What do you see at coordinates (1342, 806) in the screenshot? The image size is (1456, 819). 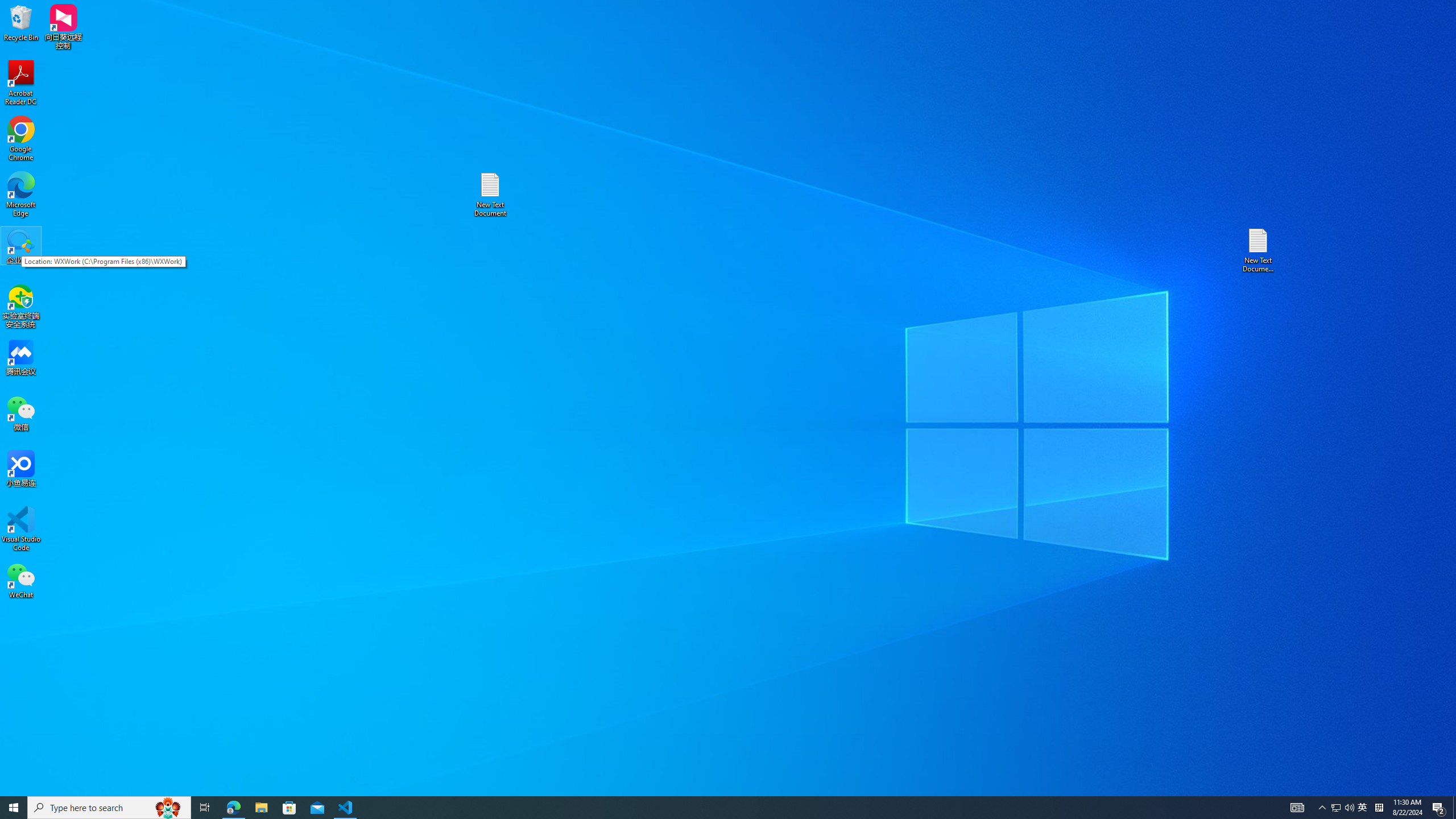 I see `'User Promoted Notification Area'` at bounding box center [1342, 806].